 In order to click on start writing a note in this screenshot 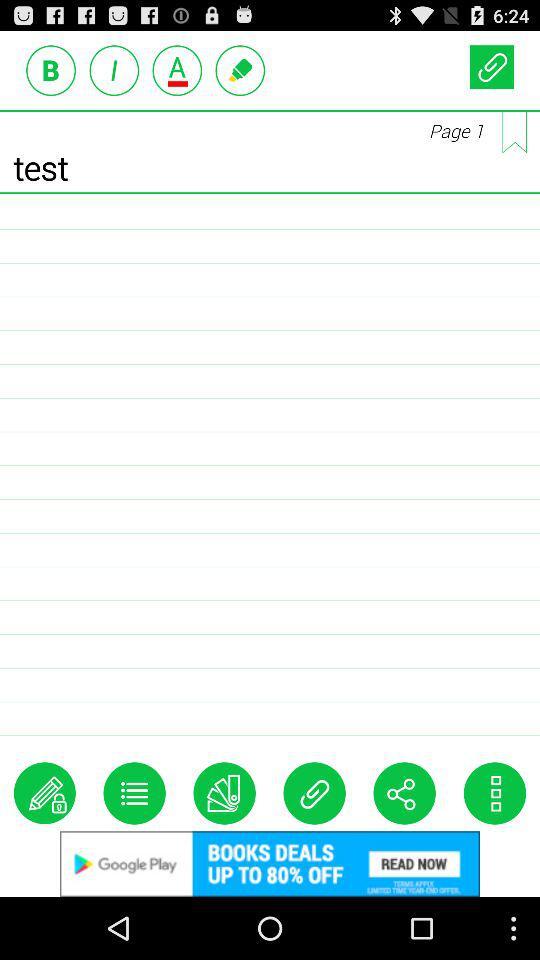, I will do `click(44, 793)`.